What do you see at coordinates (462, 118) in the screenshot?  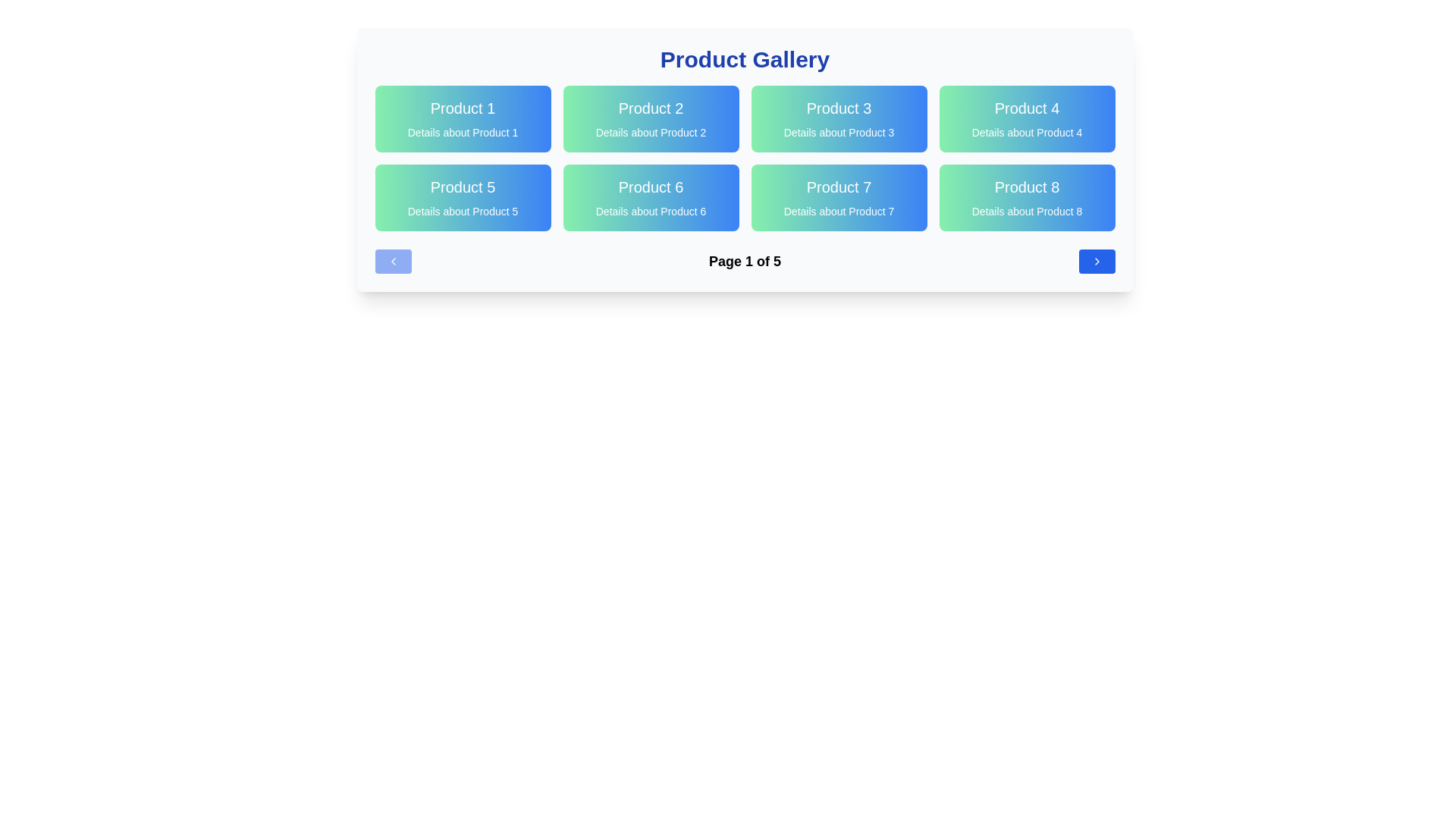 I see `the informational card representing 'Product 1', located at the top left corner of the grid layout` at bounding box center [462, 118].